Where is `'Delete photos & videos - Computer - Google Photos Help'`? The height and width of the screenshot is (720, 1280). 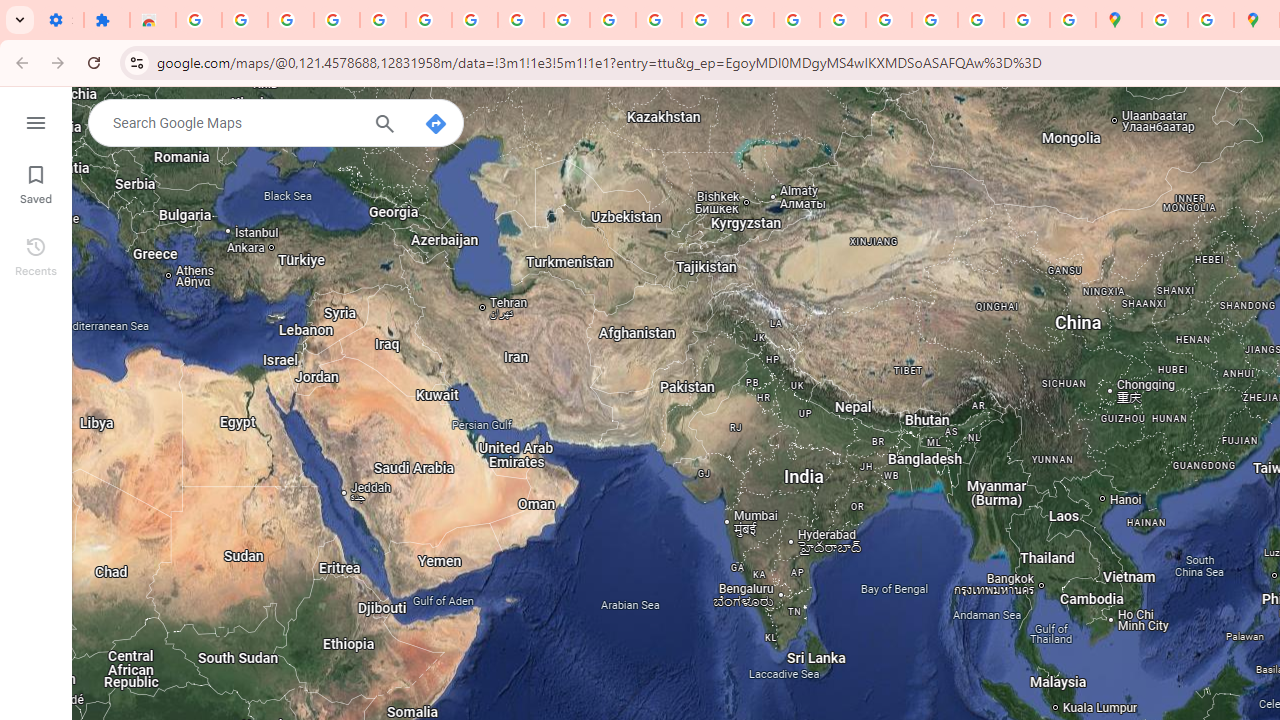 'Delete photos & videos - Computer - Google Photos Help' is located at coordinates (243, 20).